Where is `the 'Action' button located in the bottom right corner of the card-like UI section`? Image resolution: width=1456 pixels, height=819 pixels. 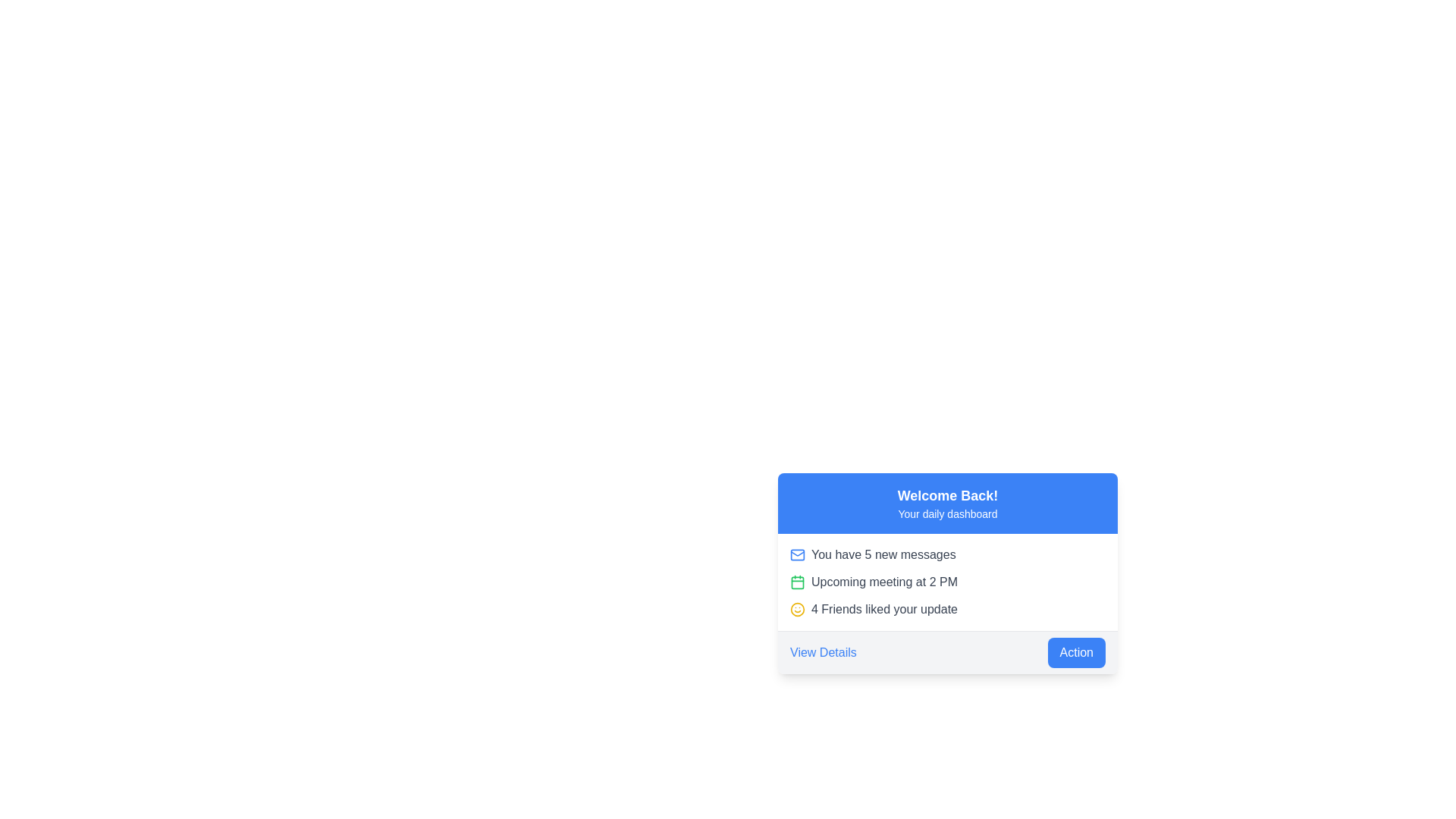
the 'Action' button located in the bottom right corner of the card-like UI section is located at coordinates (1075, 651).